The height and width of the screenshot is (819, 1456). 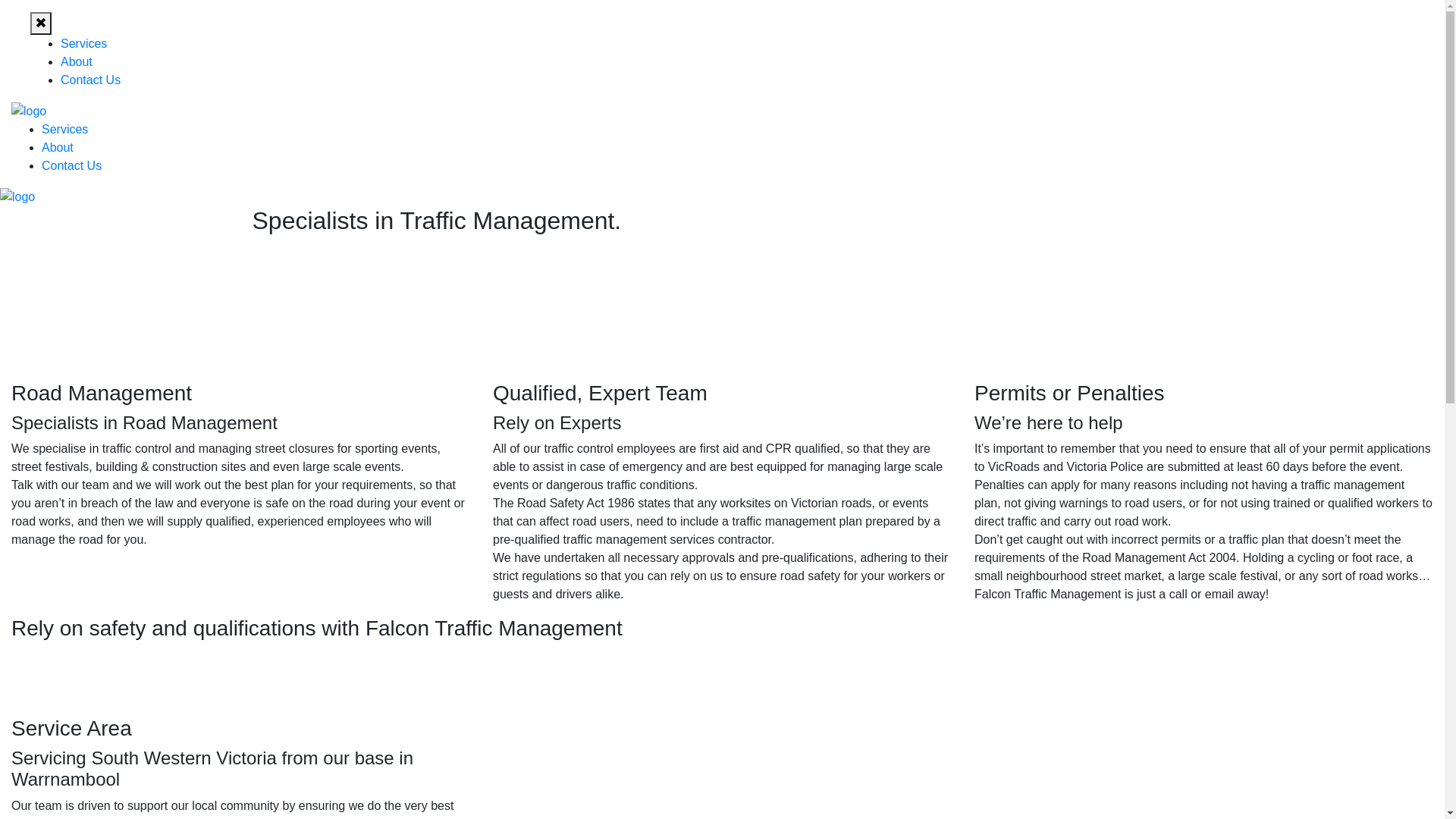 I want to click on 'About', so click(x=58, y=147).